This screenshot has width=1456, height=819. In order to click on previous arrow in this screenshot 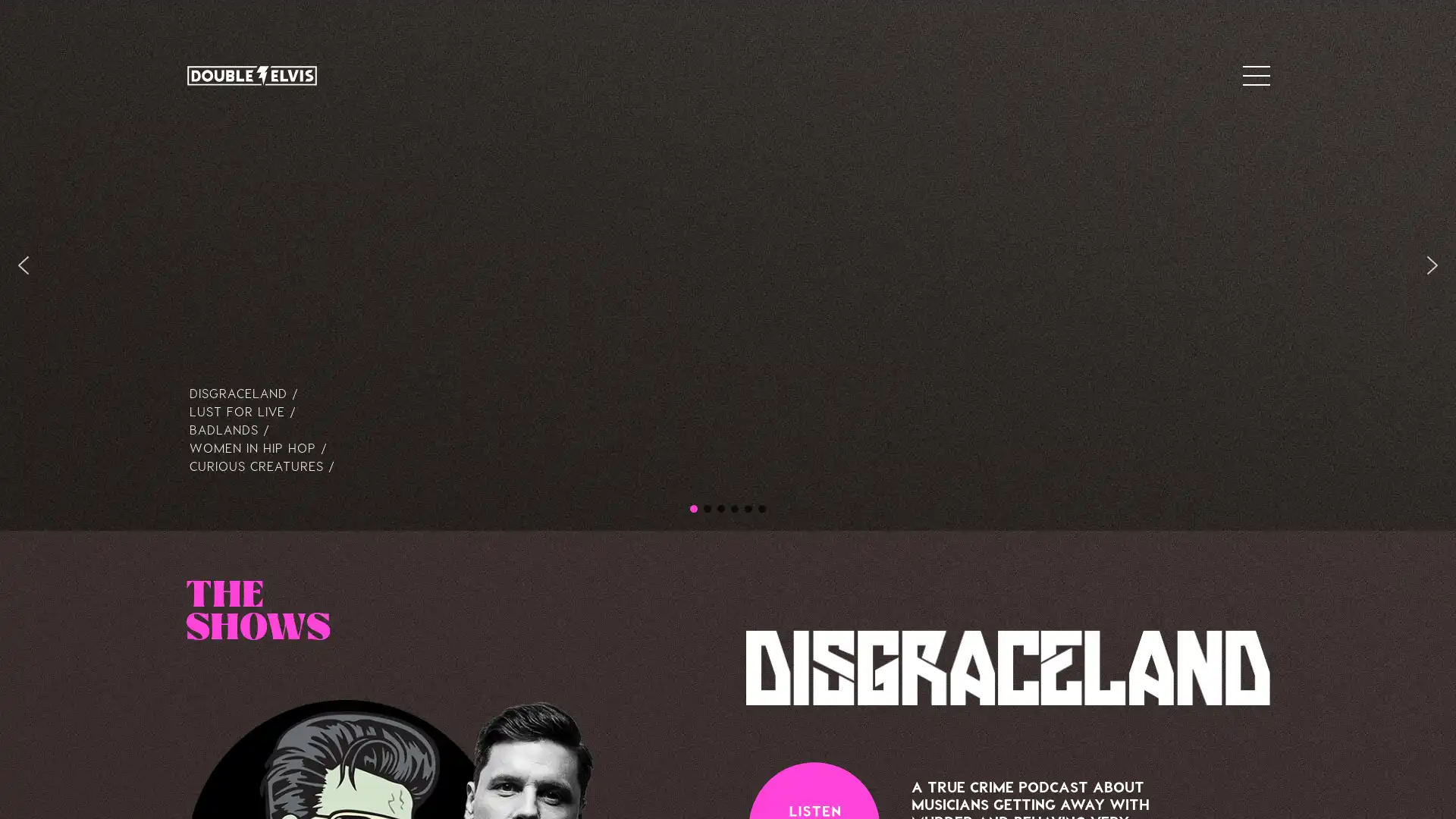, I will do `click(22, 265)`.